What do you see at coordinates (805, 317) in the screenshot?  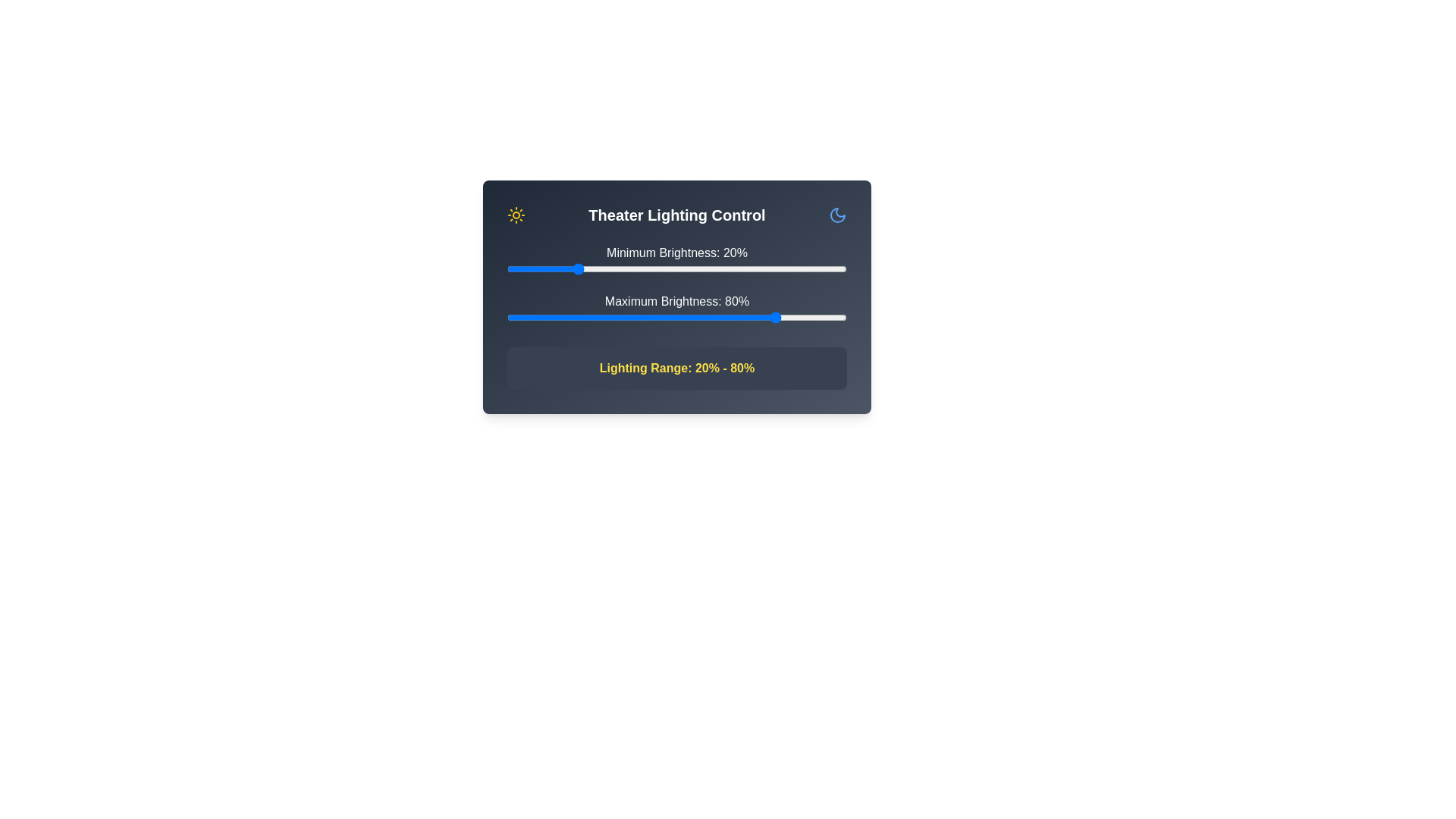 I see `the maximum brightness slider to 88%` at bounding box center [805, 317].